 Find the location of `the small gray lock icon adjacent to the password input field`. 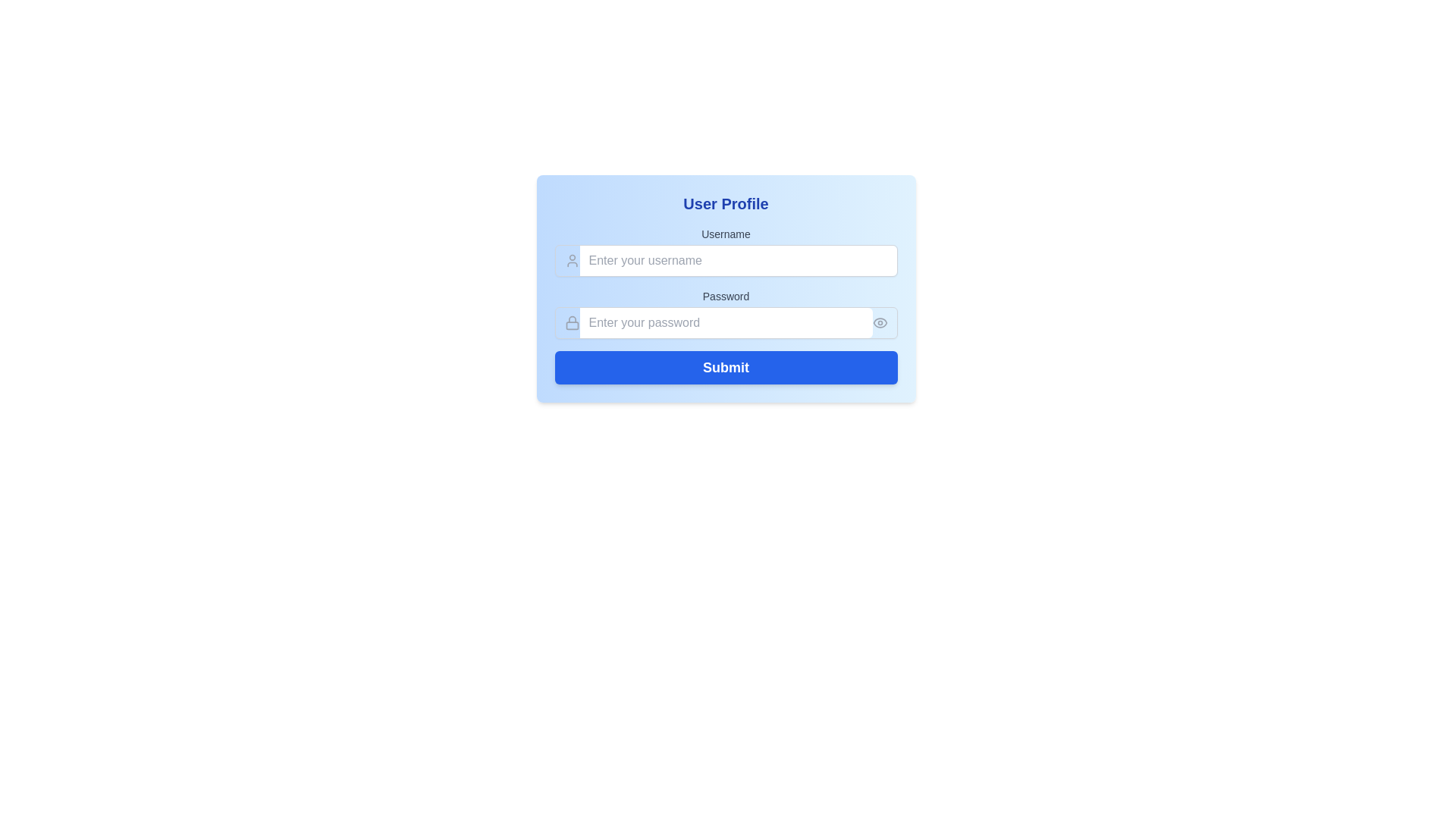

the small gray lock icon adjacent to the password input field is located at coordinates (571, 322).